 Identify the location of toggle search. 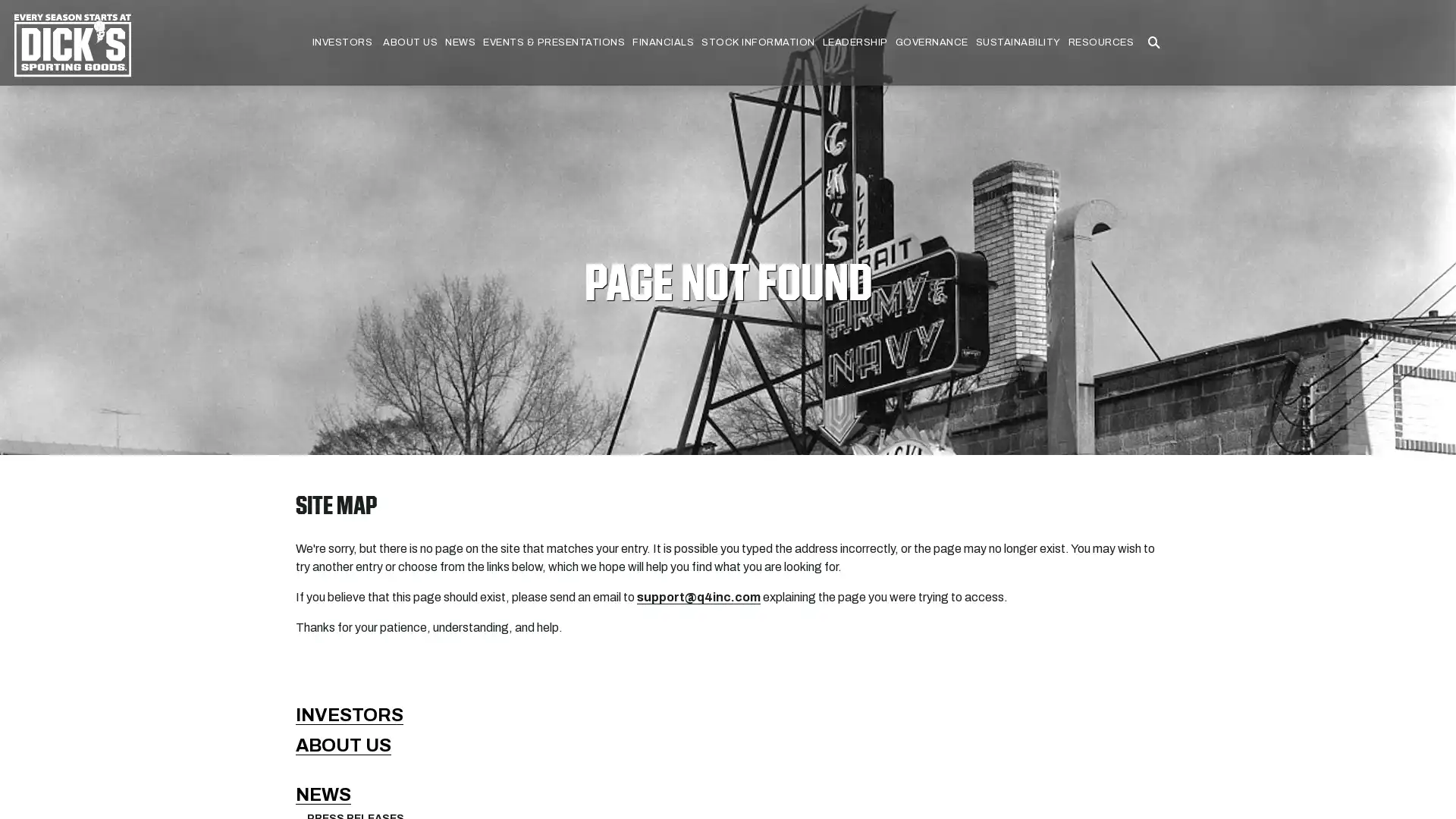
(1153, 42).